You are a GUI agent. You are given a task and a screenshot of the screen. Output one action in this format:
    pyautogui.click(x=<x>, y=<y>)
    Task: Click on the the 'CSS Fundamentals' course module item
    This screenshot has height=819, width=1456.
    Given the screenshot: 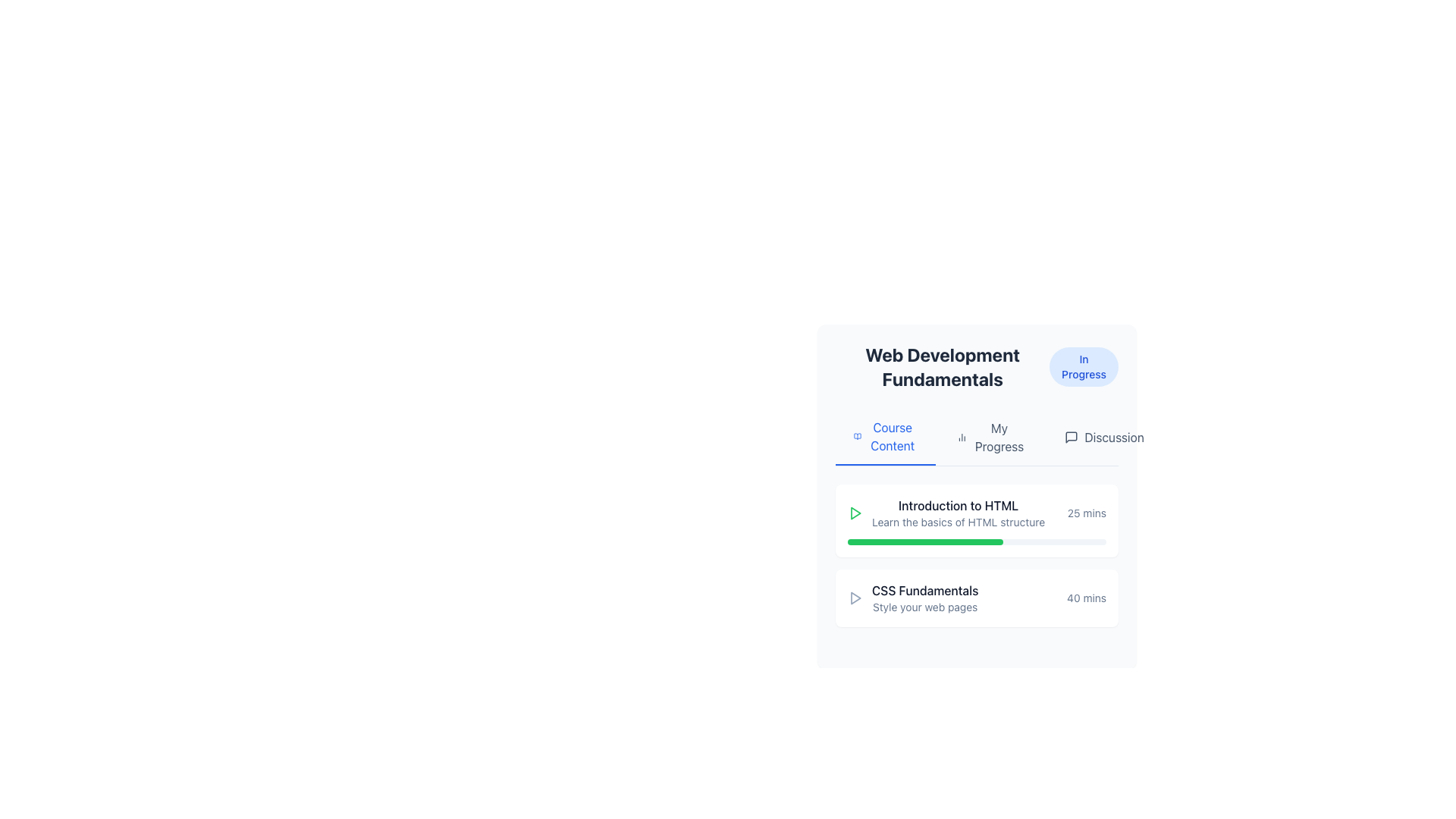 What is the action you would take?
    pyautogui.click(x=912, y=598)
    